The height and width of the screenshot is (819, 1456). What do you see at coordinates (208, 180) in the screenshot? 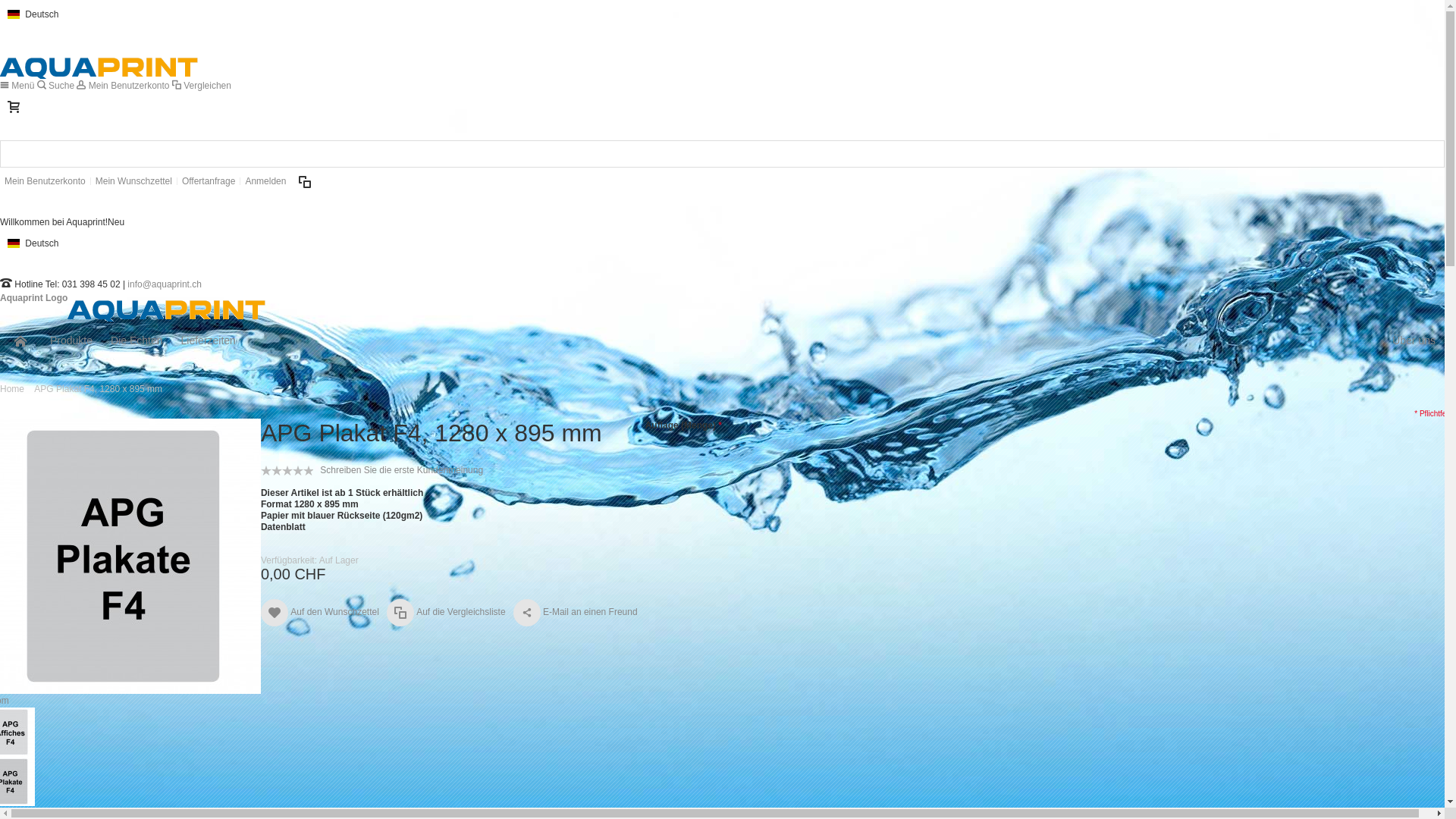
I see `'Offertanfrage'` at bounding box center [208, 180].